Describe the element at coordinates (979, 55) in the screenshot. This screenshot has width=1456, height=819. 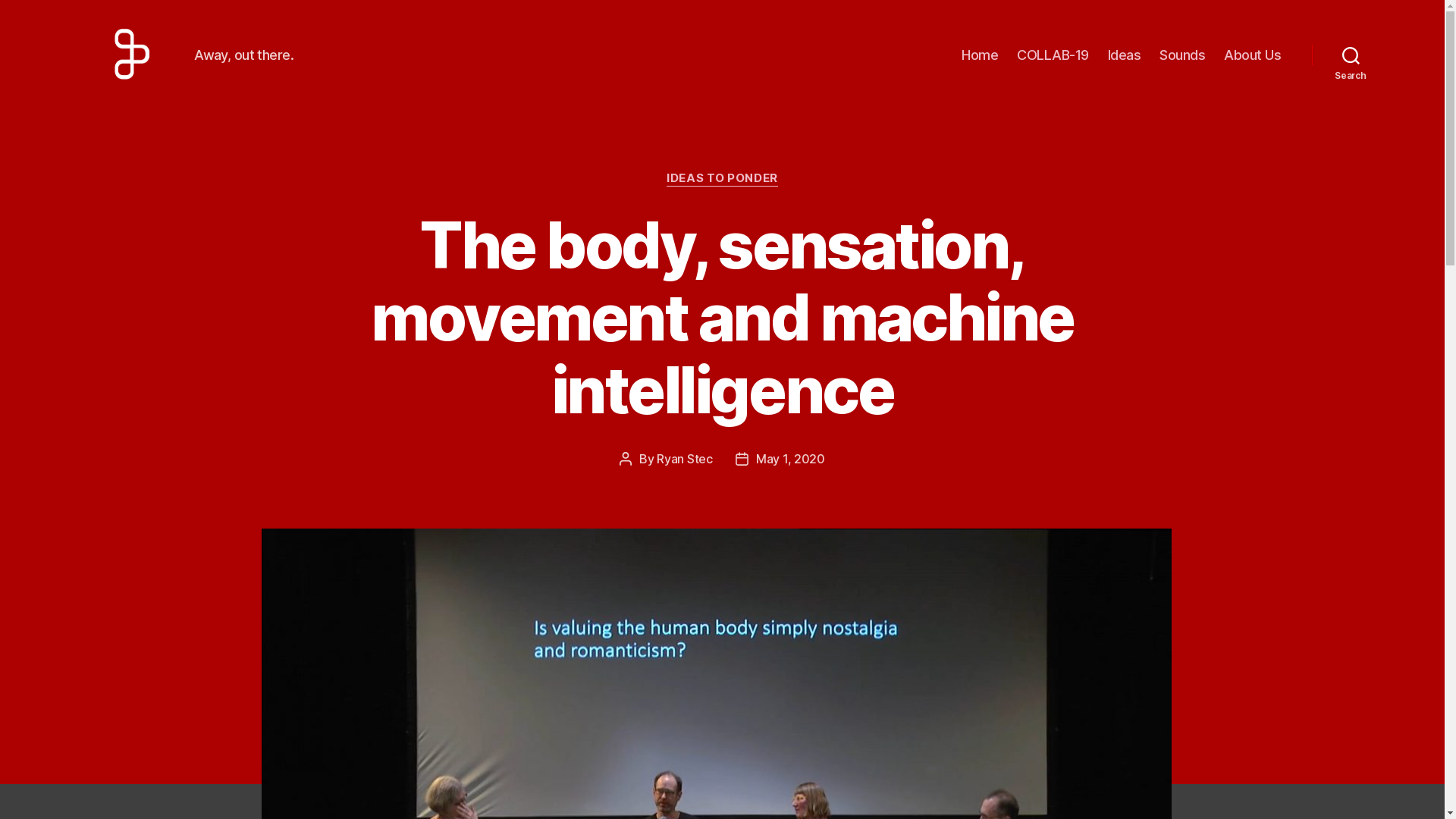
I see `'Home'` at that location.